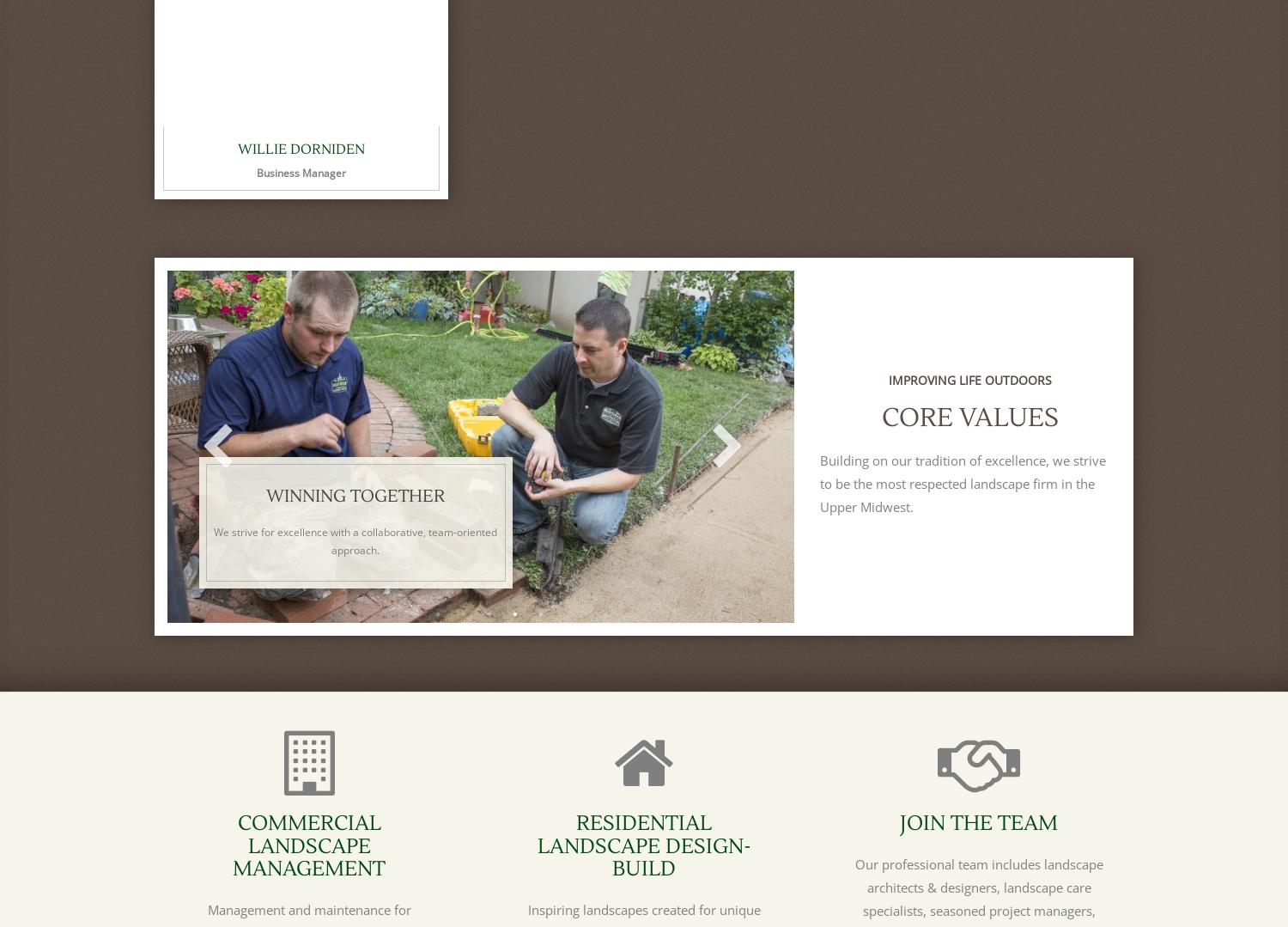 Image resolution: width=1288 pixels, height=927 pixels. I want to click on 'Business Manager', so click(256, 172).